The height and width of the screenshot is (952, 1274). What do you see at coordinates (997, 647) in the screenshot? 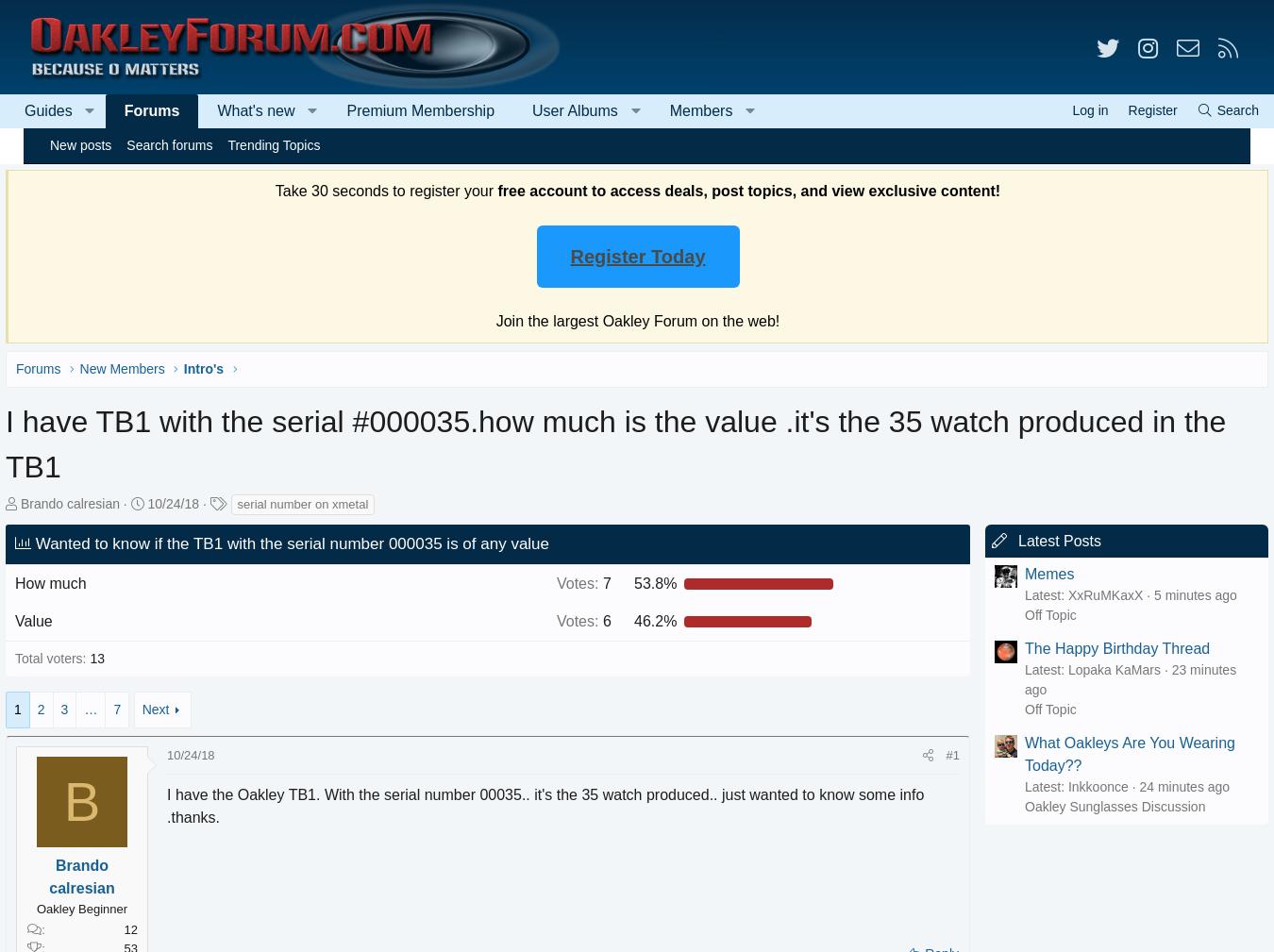
I see `'The Happy Birthday Thread'` at bounding box center [997, 647].